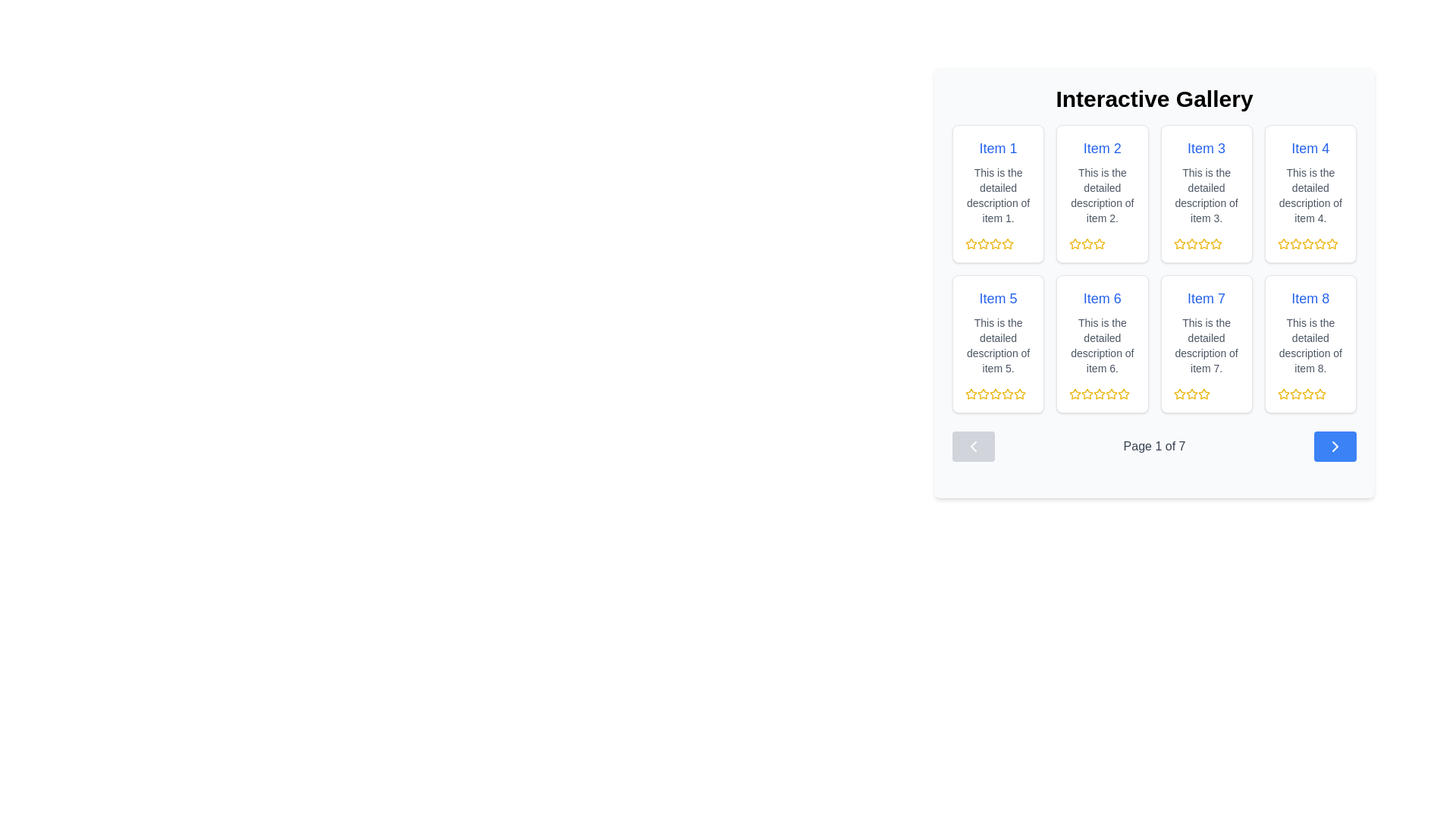 This screenshot has width=1456, height=819. I want to click on the first Rating star icon within the card labeled 'Item 8', so click(1294, 393).